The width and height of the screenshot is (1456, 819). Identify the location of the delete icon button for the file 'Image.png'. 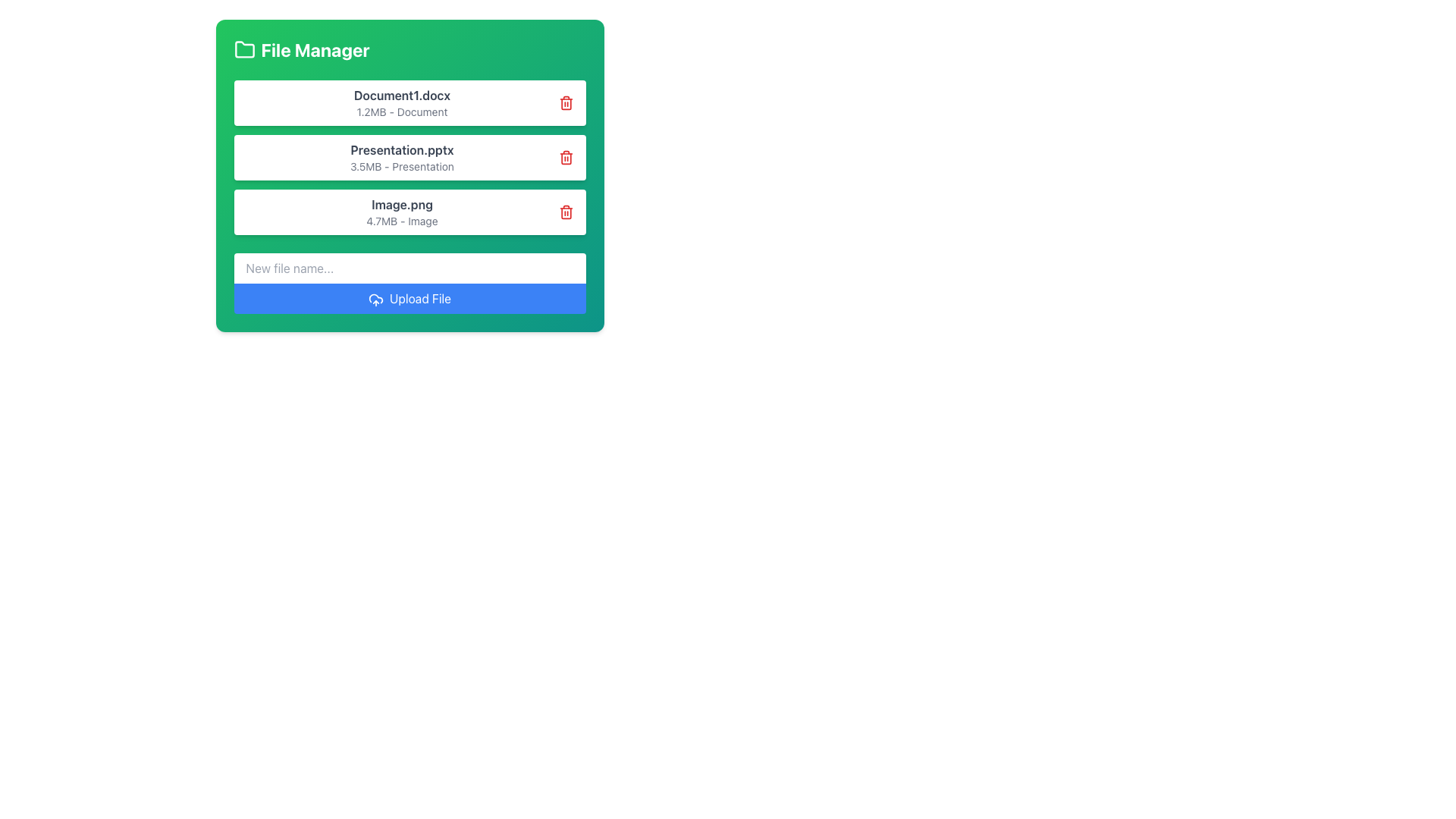
(565, 212).